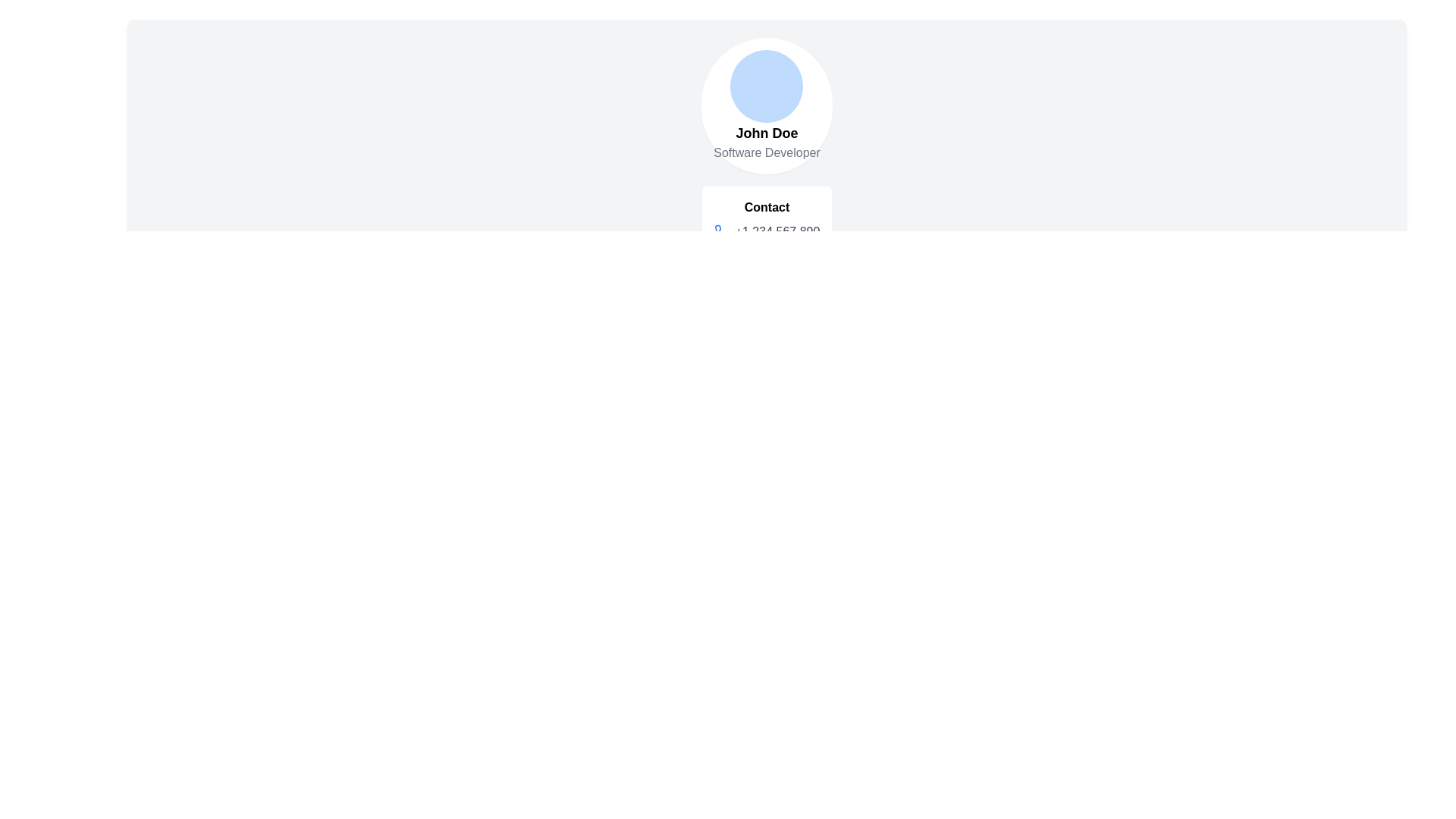 The height and width of the screenshot is (819, 1456). I want to click on the static text element displaying the phone number '+1 234 567 890', which is styled in gray and located below the 'Contact' heading and next to a phone icon, so click(777, 231).